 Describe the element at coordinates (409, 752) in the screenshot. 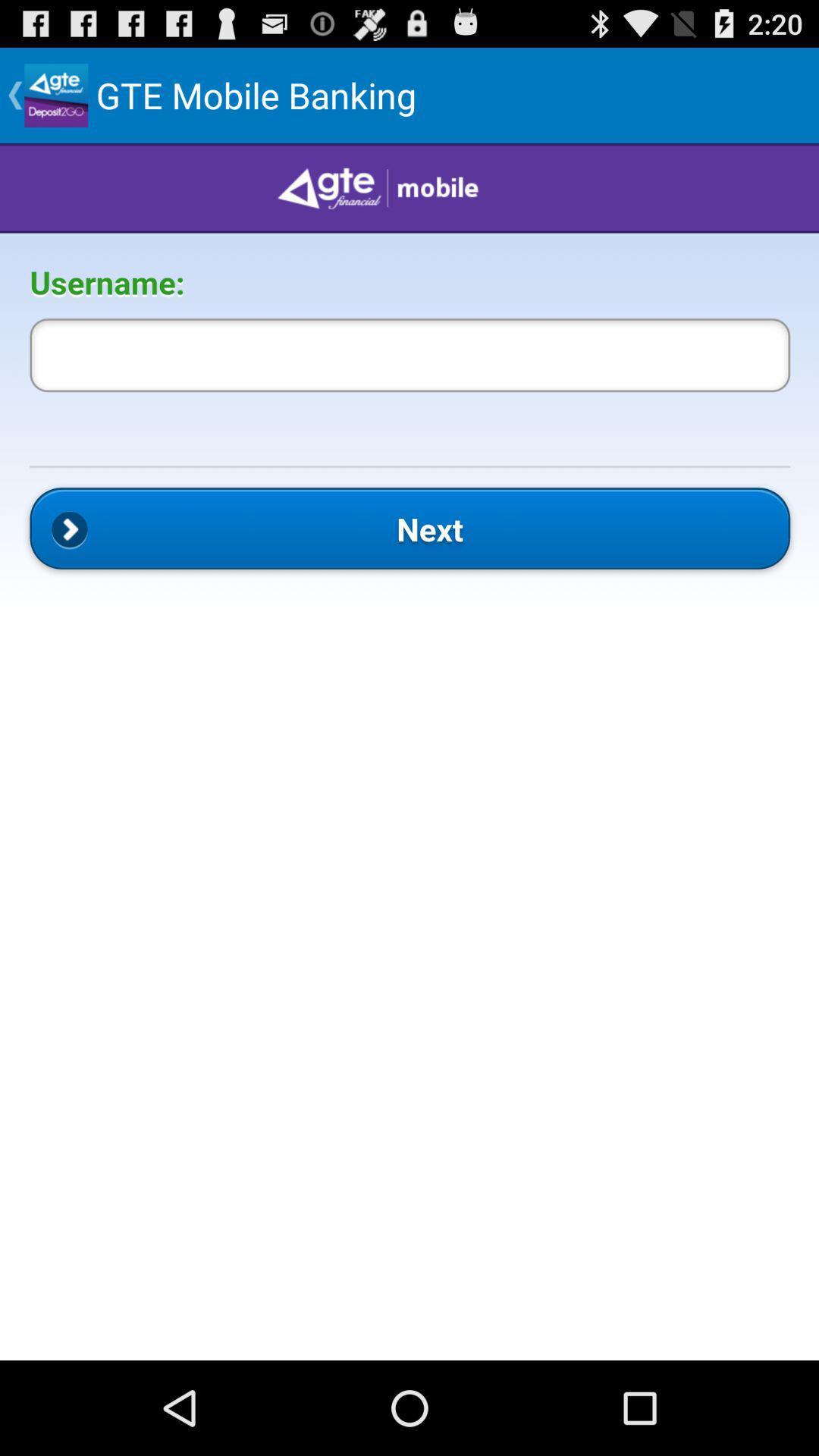

I see `gte mobile banking open` at that location.